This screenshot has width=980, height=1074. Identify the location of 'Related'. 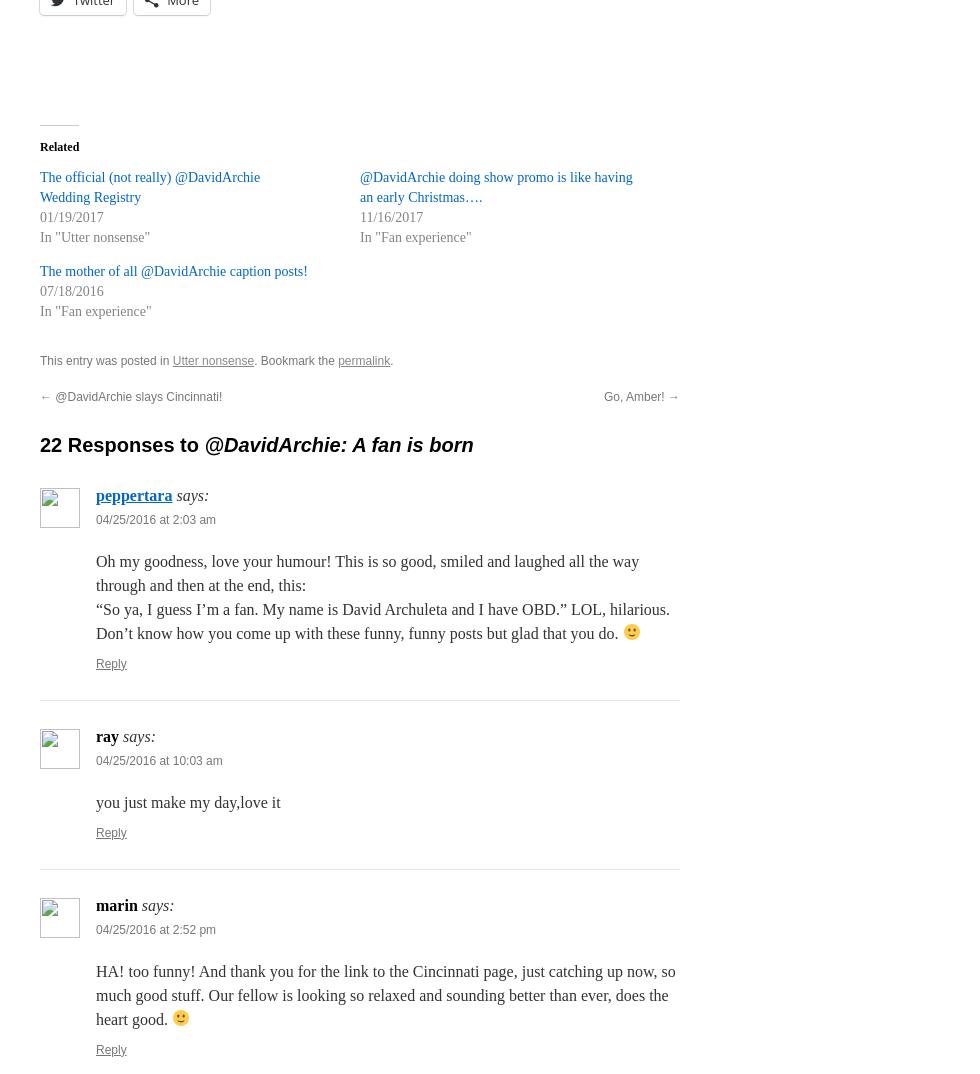
(59, 144).